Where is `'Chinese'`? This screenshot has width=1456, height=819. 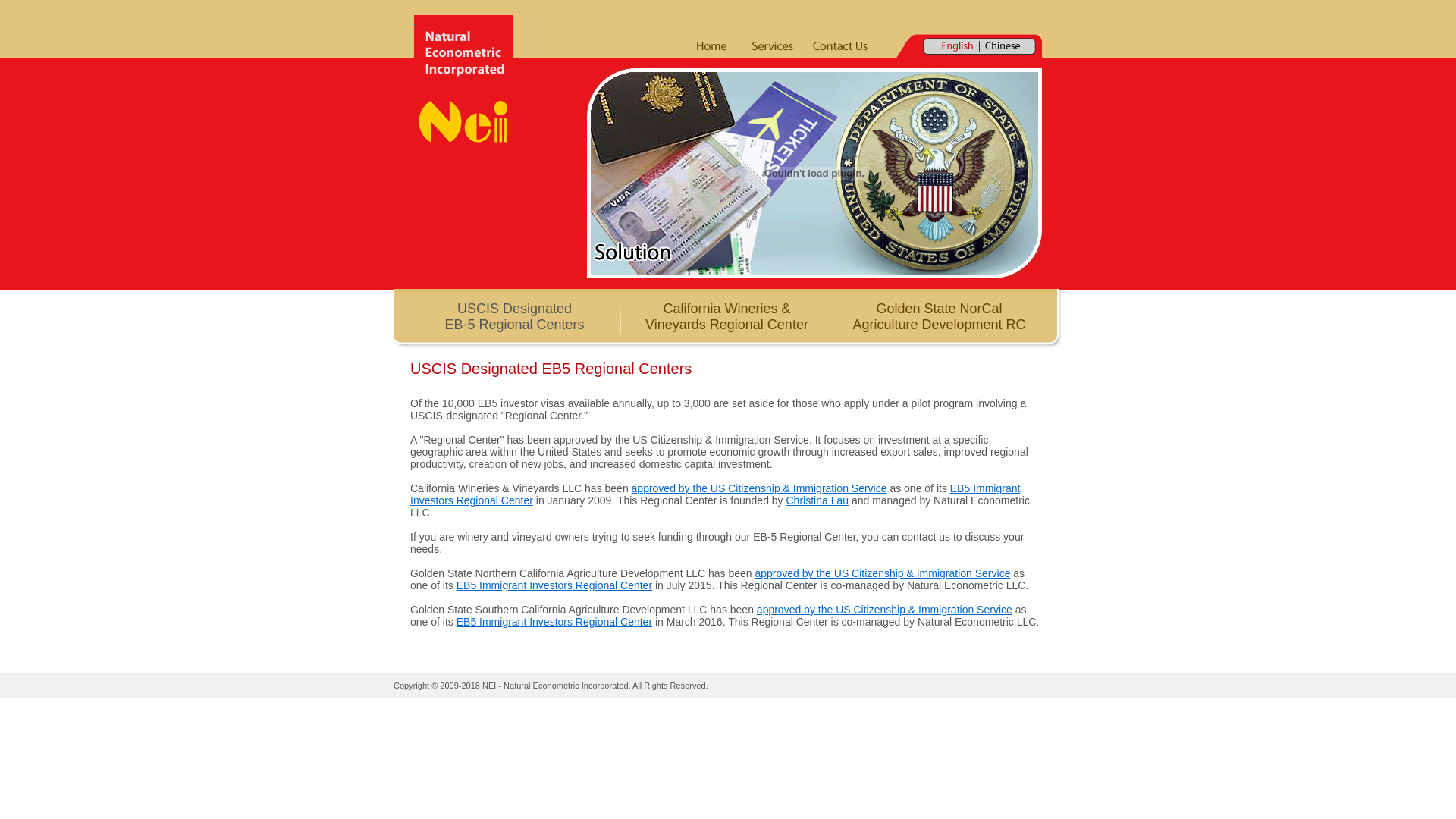 'Chinese' is located at coordinates (1002, 45).